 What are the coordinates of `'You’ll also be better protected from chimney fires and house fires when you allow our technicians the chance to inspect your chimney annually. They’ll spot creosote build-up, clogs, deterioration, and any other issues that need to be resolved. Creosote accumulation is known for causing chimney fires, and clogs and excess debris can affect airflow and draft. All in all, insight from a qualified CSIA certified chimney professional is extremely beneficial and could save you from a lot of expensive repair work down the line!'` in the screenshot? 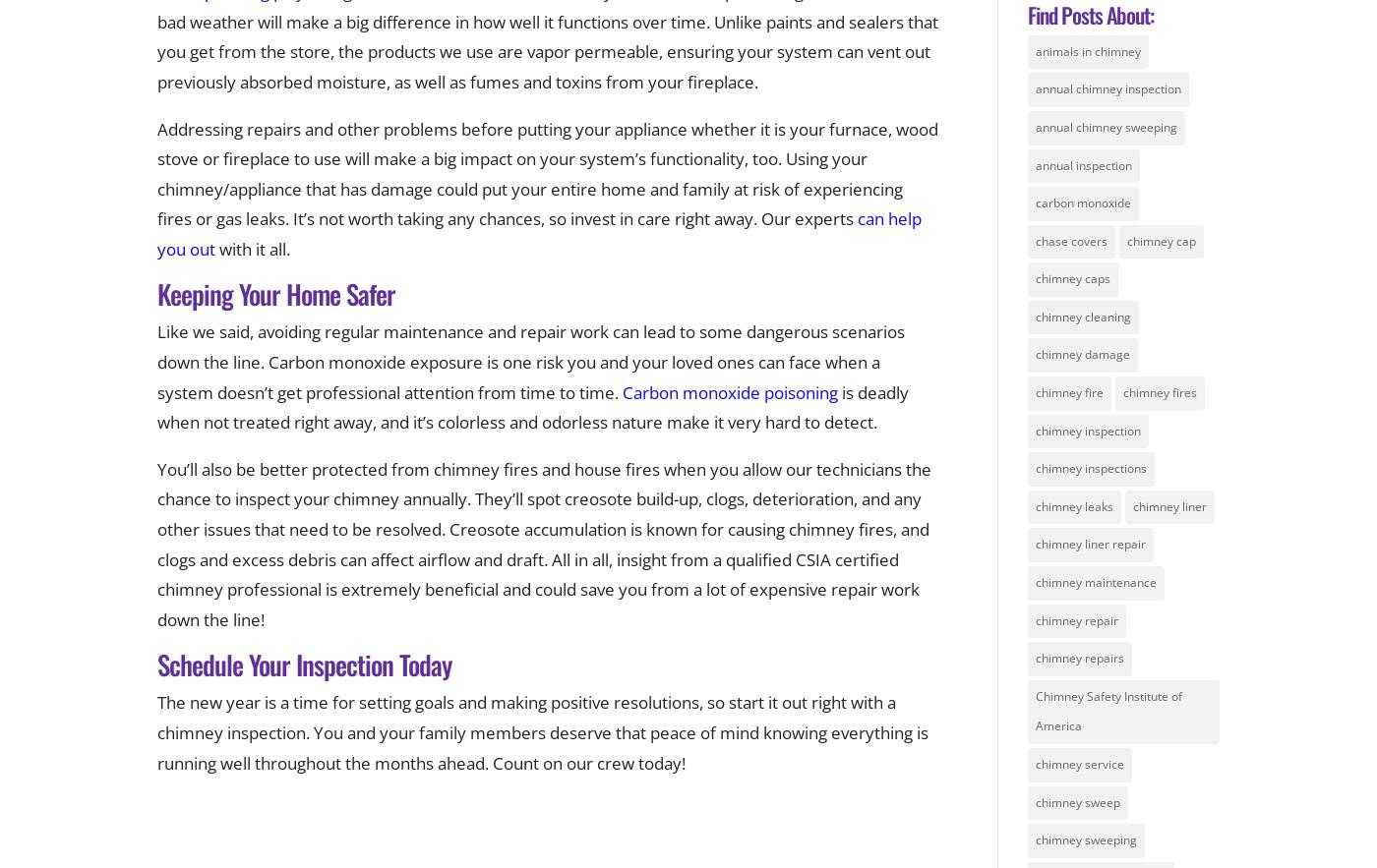 It's located at (544, 544).